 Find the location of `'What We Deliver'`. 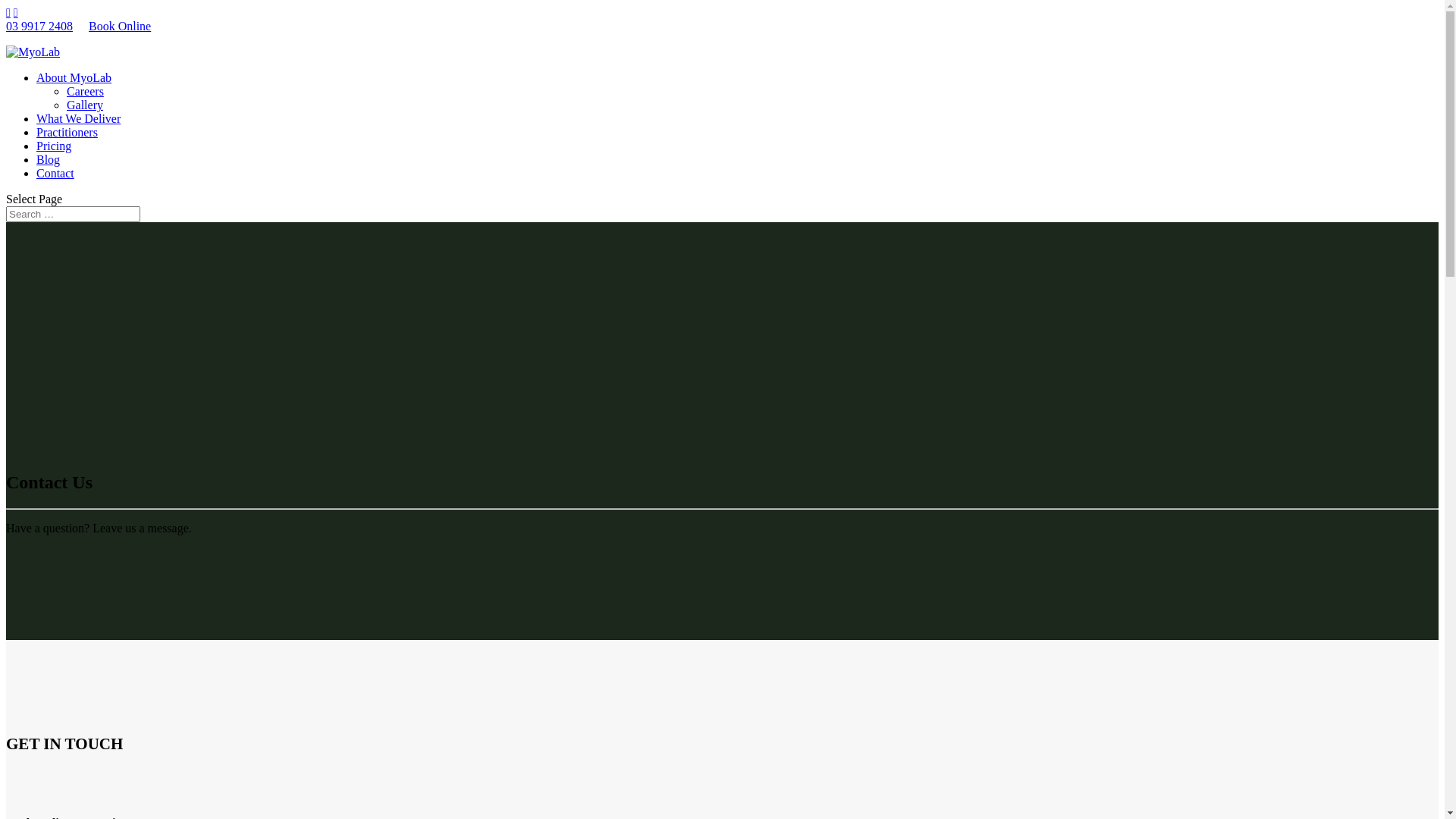

'What We Deliver' is located at coordinates (77, 118).